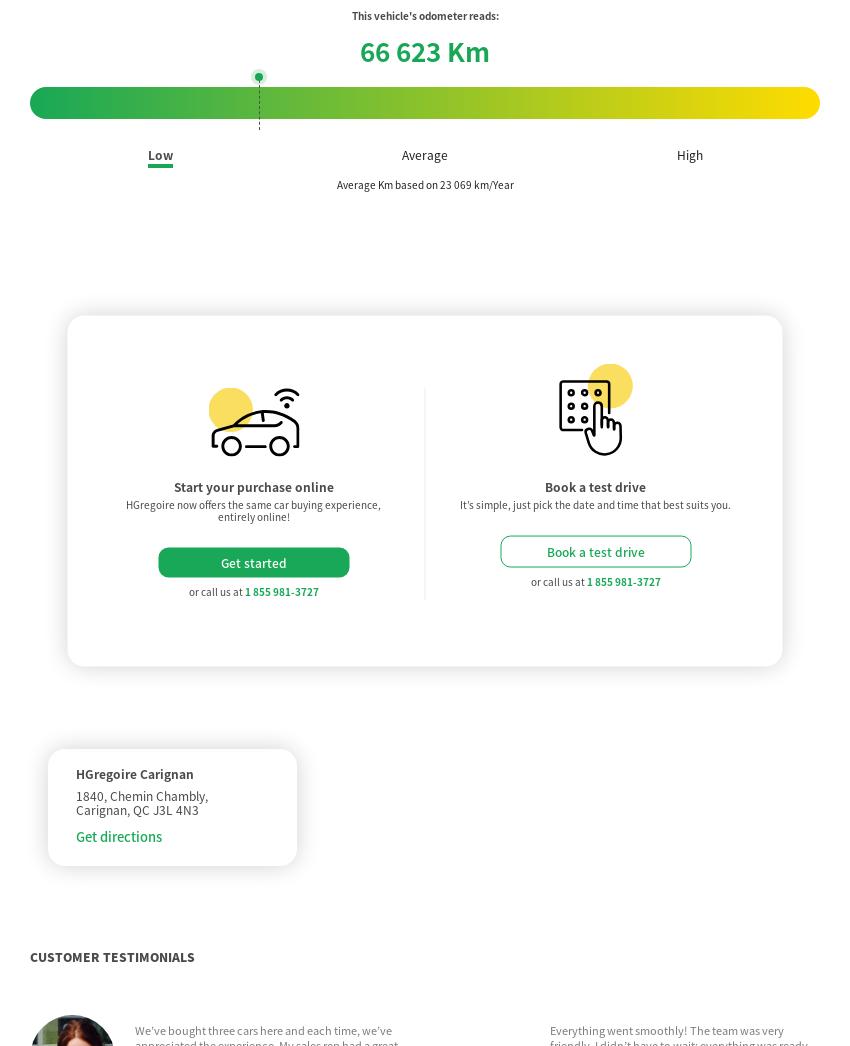 The image size is (850, 1046). What do you see at coordinates (205, 1025) in the screenshot?
I see `'Honda'` at bounding box center [205, 1025].